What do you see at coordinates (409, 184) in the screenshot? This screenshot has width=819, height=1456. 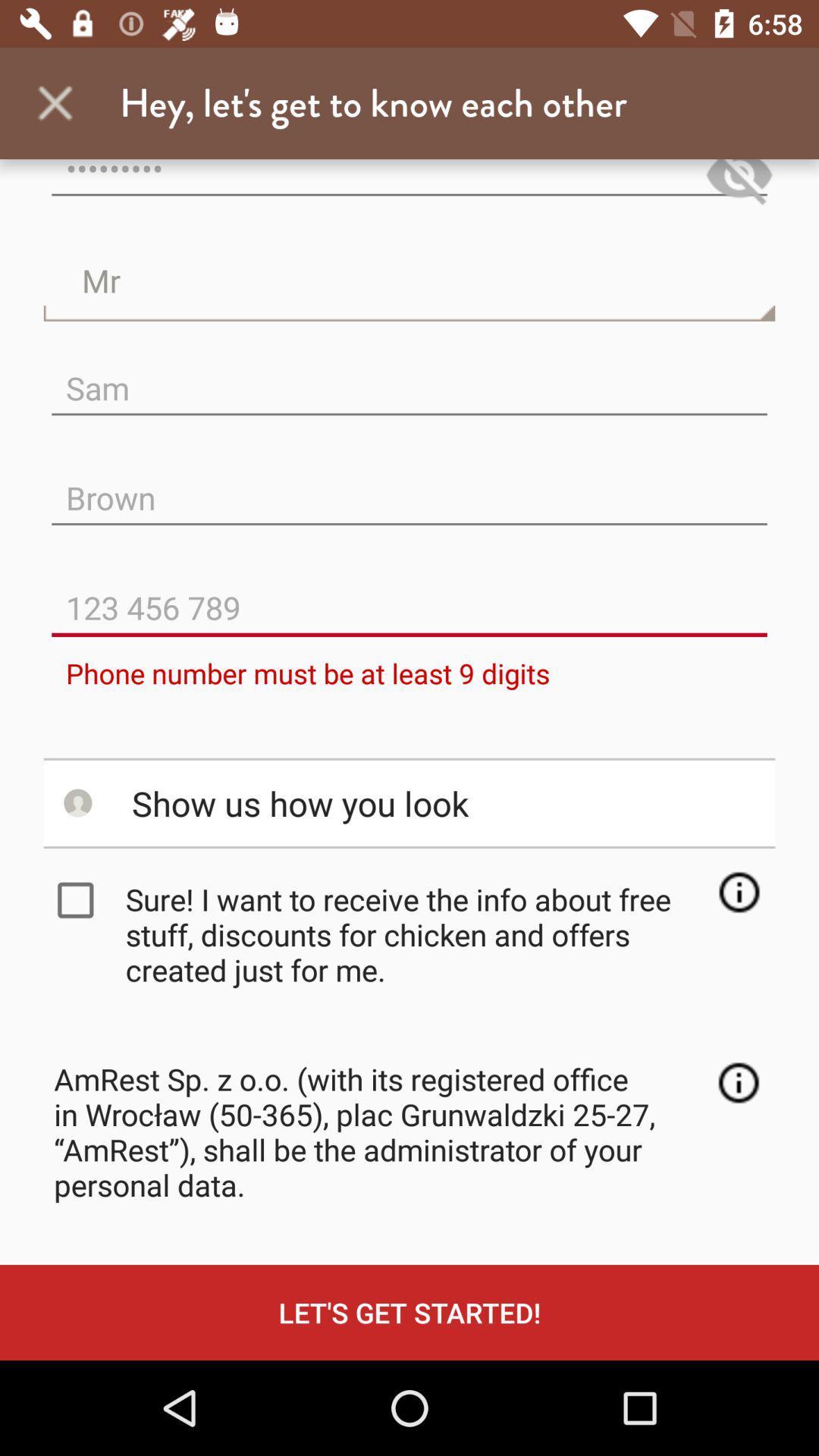 I see `the crowd3116 icon` at bounding box center [409, 184].